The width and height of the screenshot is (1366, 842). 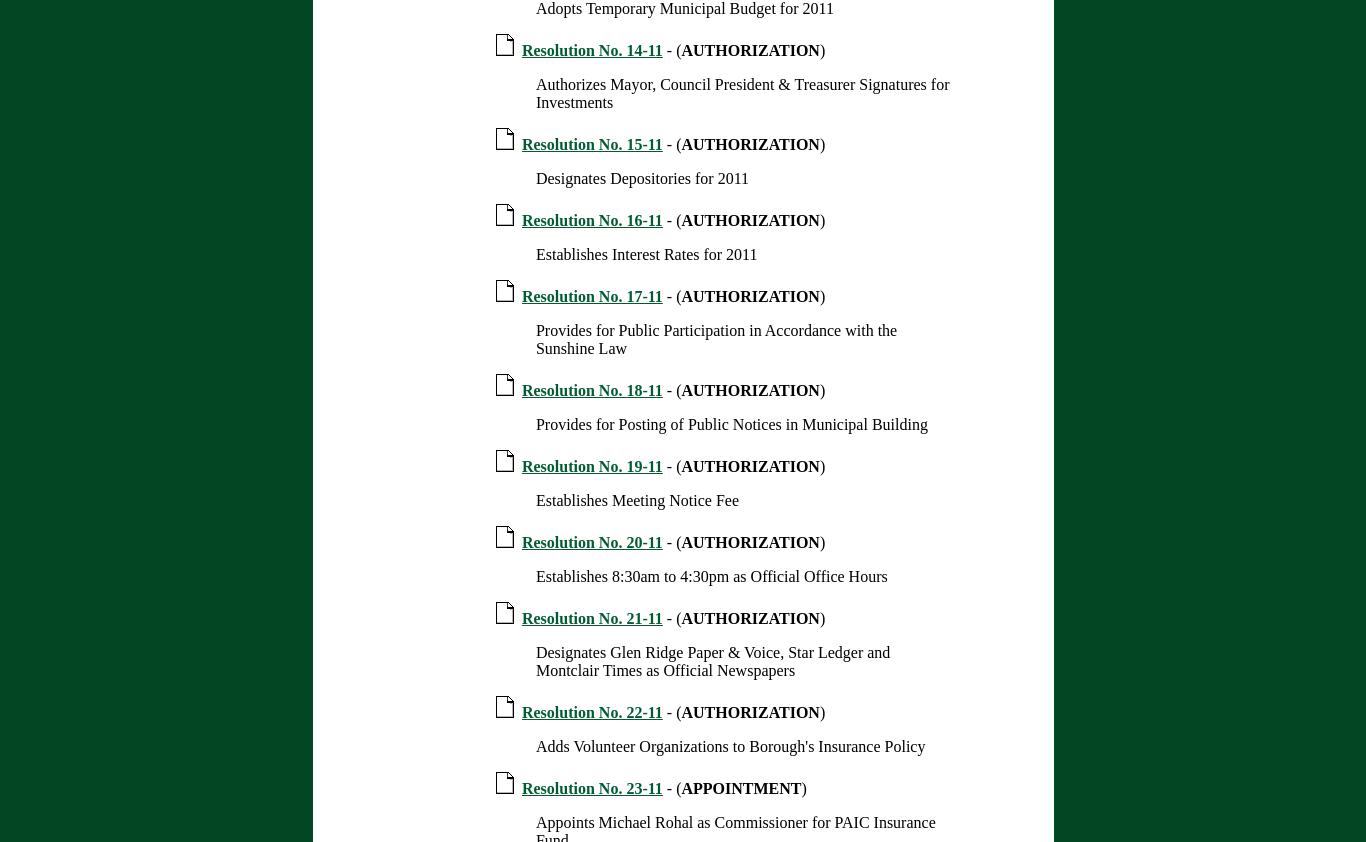 I want to click on 'Resolution   No.  14-11', so click(x=590, y=49).